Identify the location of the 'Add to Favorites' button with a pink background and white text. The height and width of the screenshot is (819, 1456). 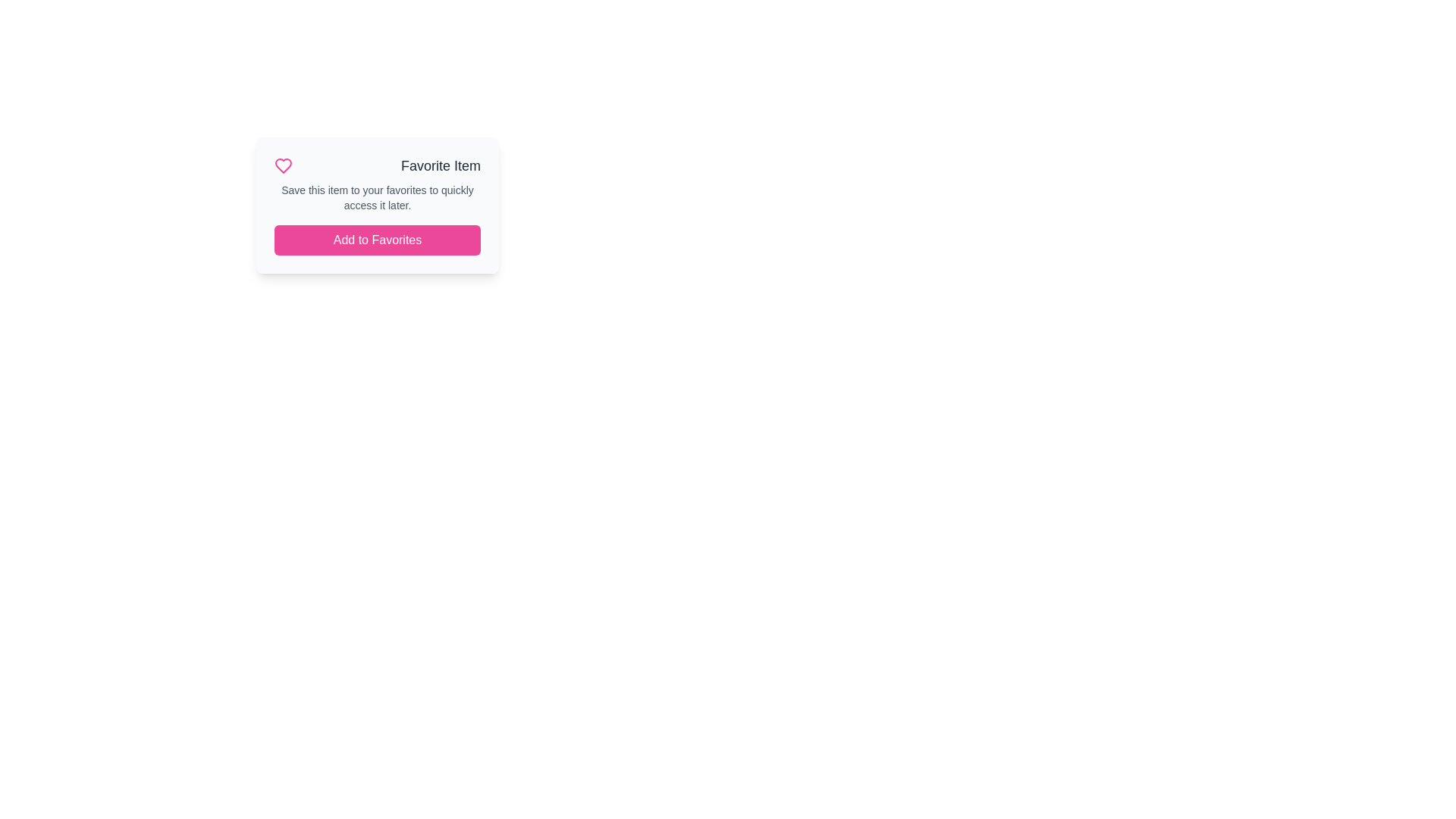
(378, 239).